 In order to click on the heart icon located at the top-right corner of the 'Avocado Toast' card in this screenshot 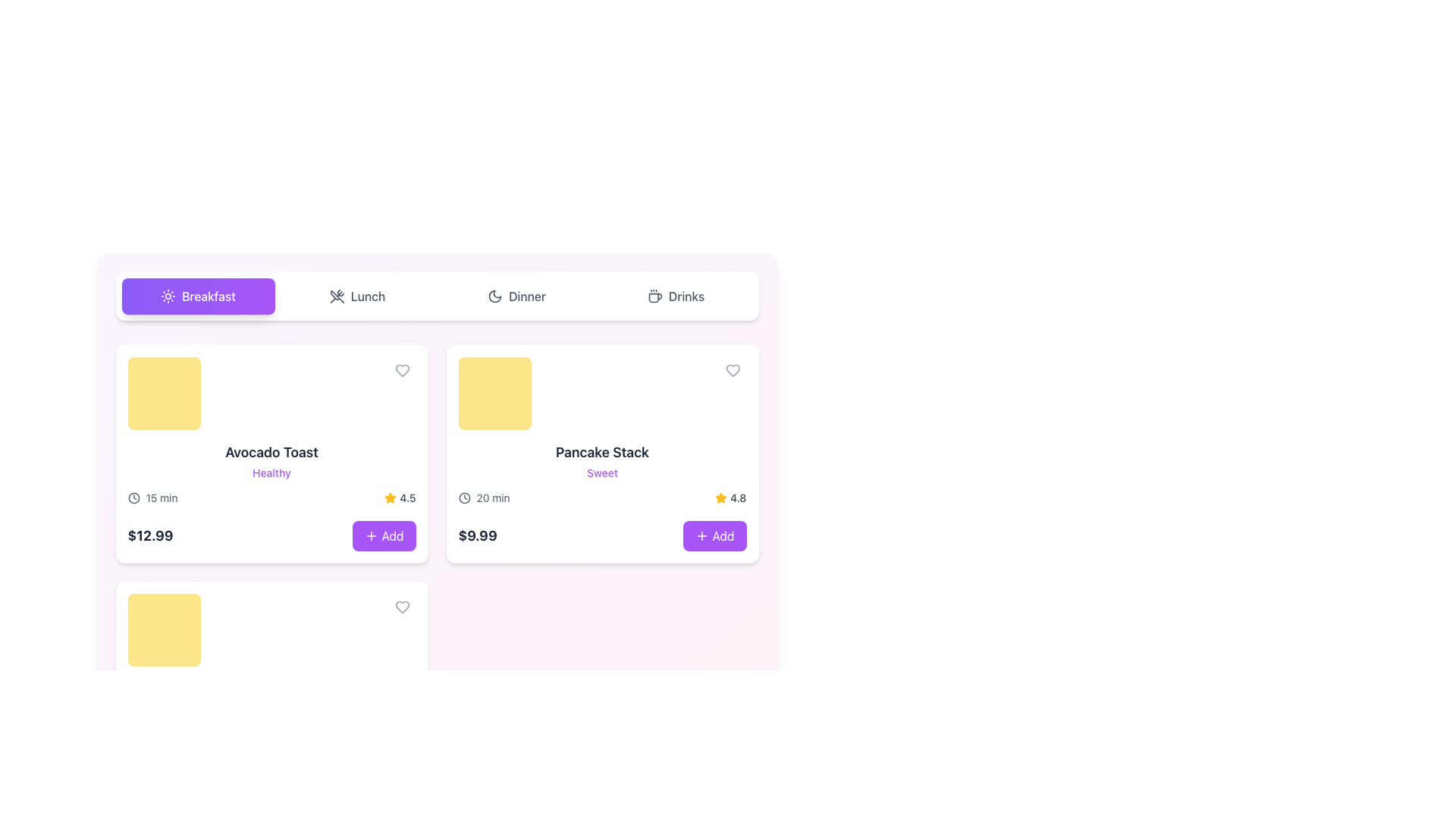, I will do `click(402, 607)`.